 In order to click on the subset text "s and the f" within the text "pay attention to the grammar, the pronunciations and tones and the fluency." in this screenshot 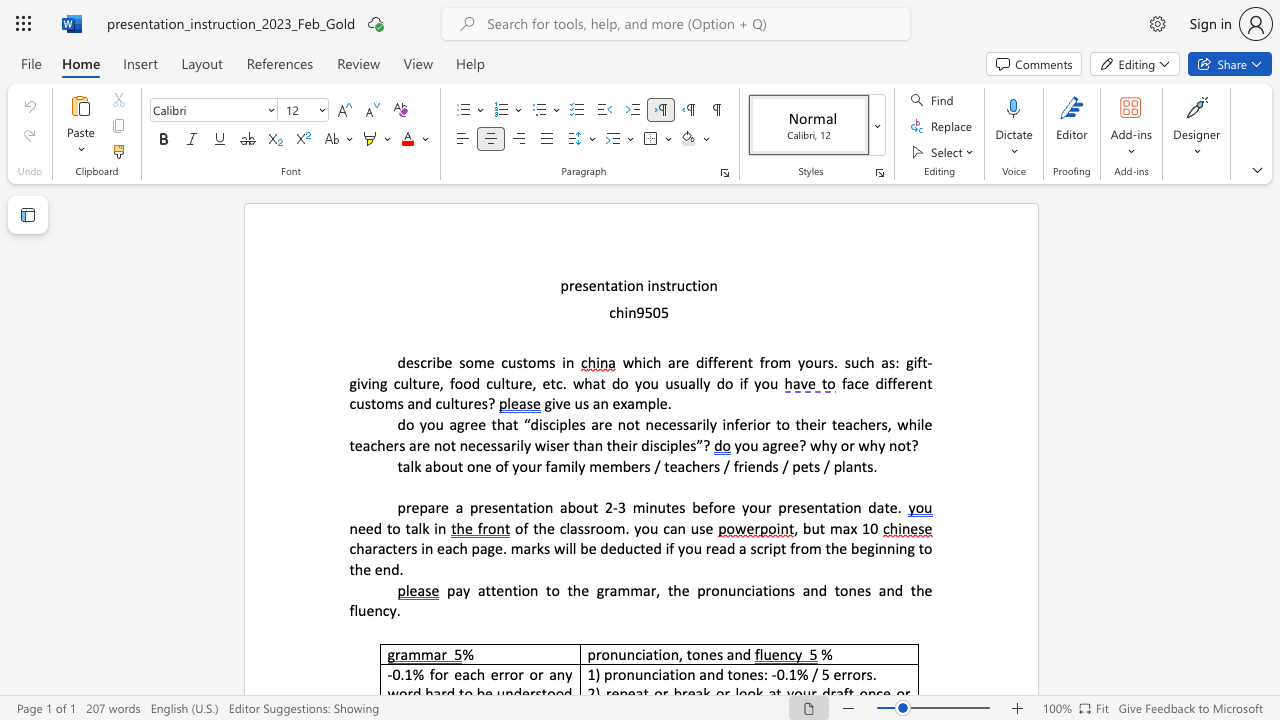, I will do `click(864, 589)`.